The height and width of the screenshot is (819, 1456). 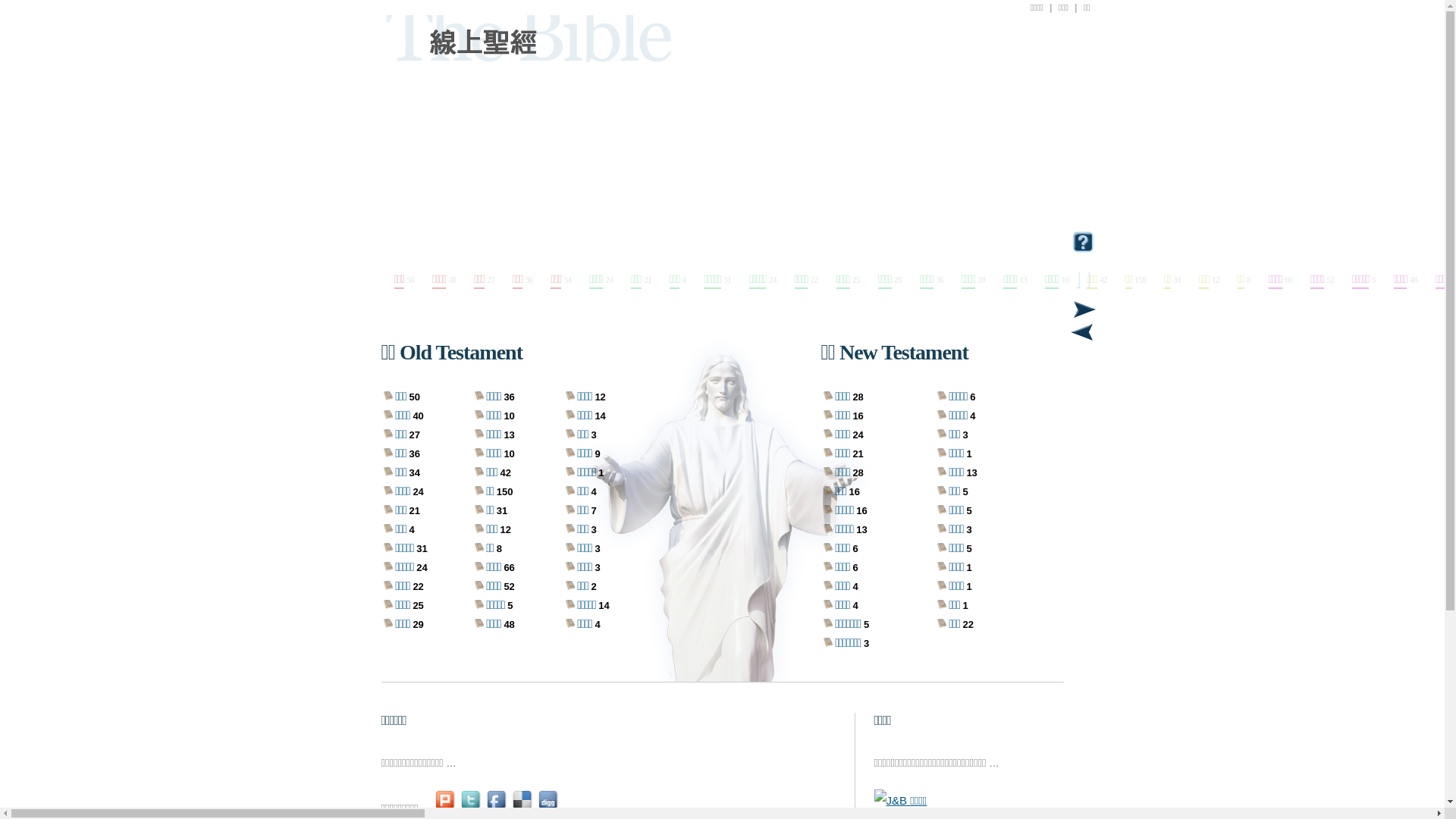 What do you see at coordinates (497, 807) in the screenshot?
I see `'Facebook'` at bounding box center [497, 807].